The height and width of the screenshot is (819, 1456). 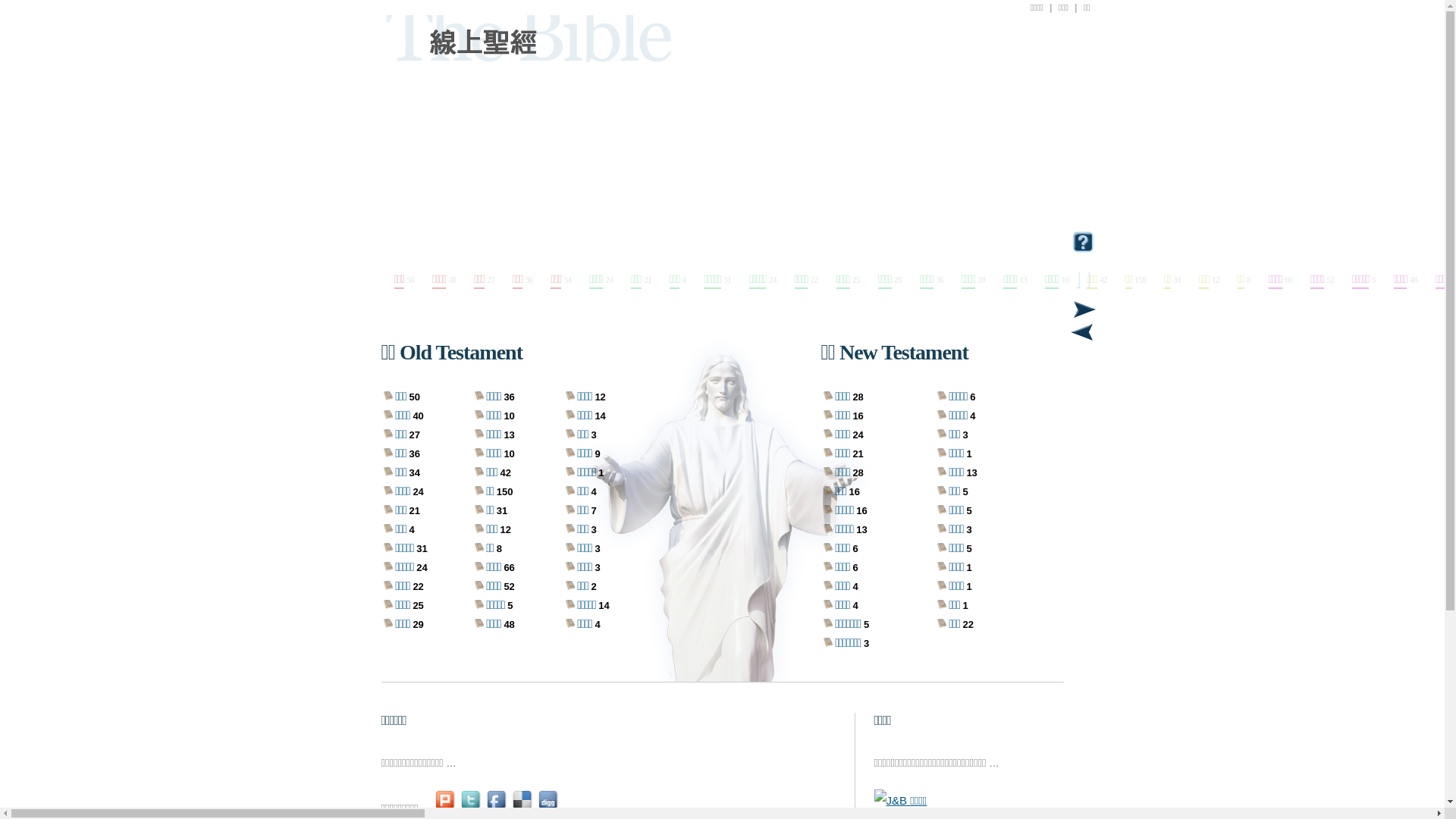 What do you see at coordinates (497, 807) in the screenshot?
I see `'Facebook'` at bounding box center [497, 807].